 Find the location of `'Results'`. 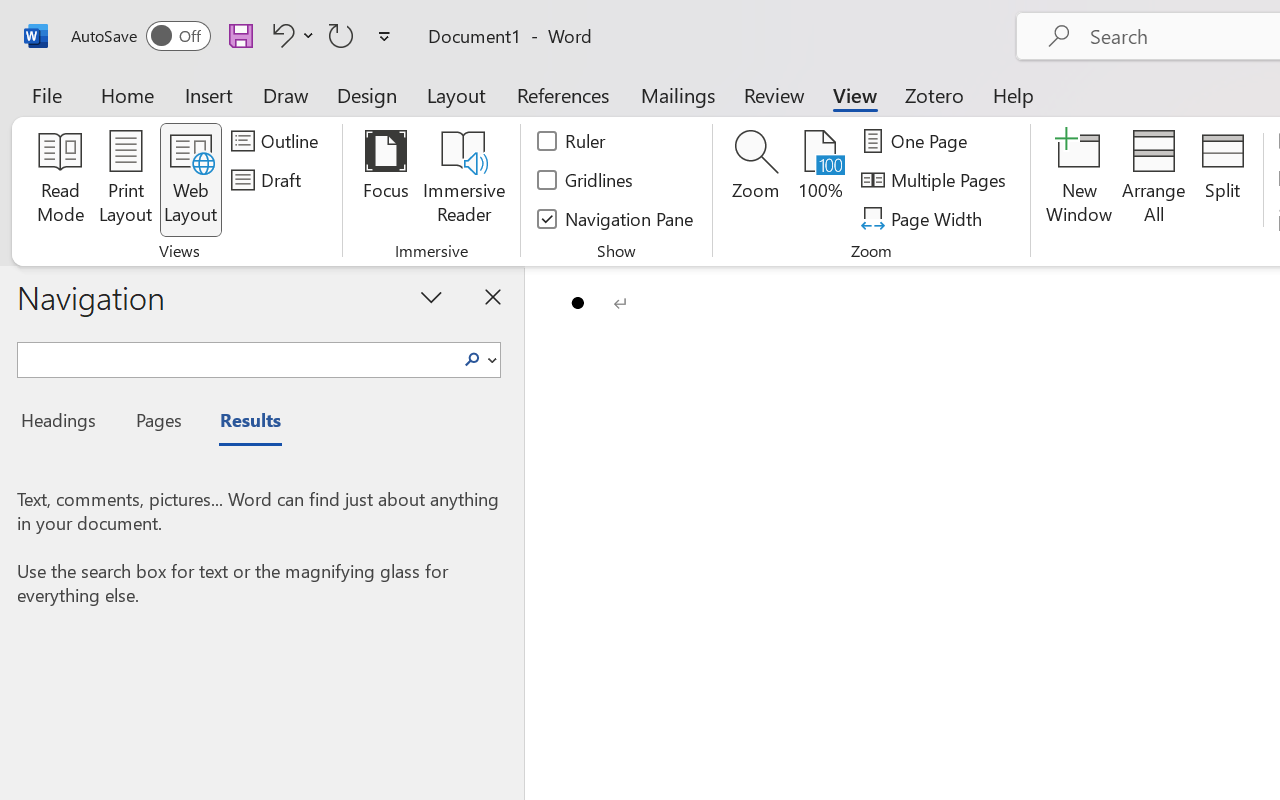

'Results' is located at coordinates (240, 423).